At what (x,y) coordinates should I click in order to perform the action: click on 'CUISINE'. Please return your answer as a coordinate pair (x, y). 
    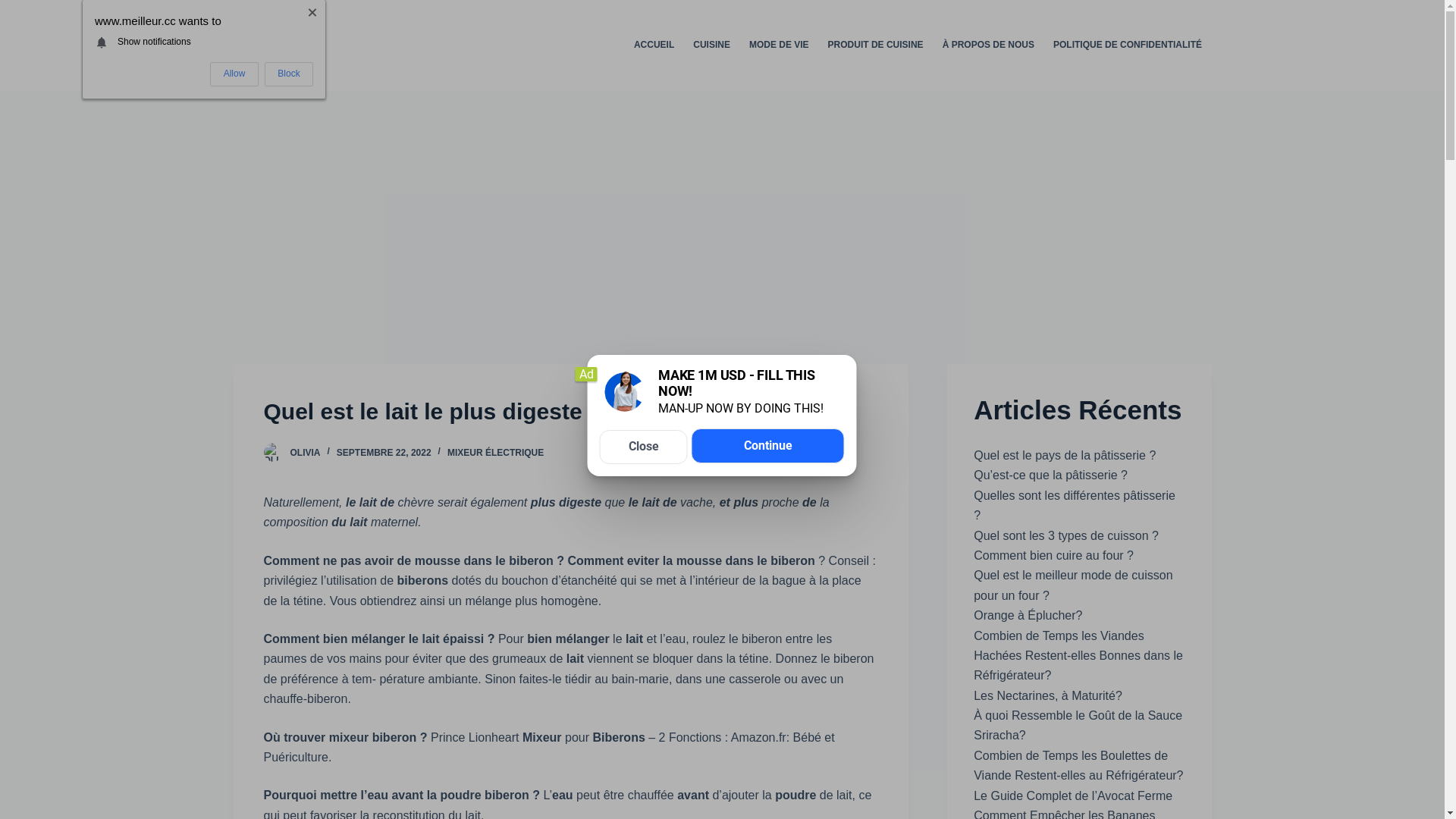
    Looking at the image, I should click on (683, 45).